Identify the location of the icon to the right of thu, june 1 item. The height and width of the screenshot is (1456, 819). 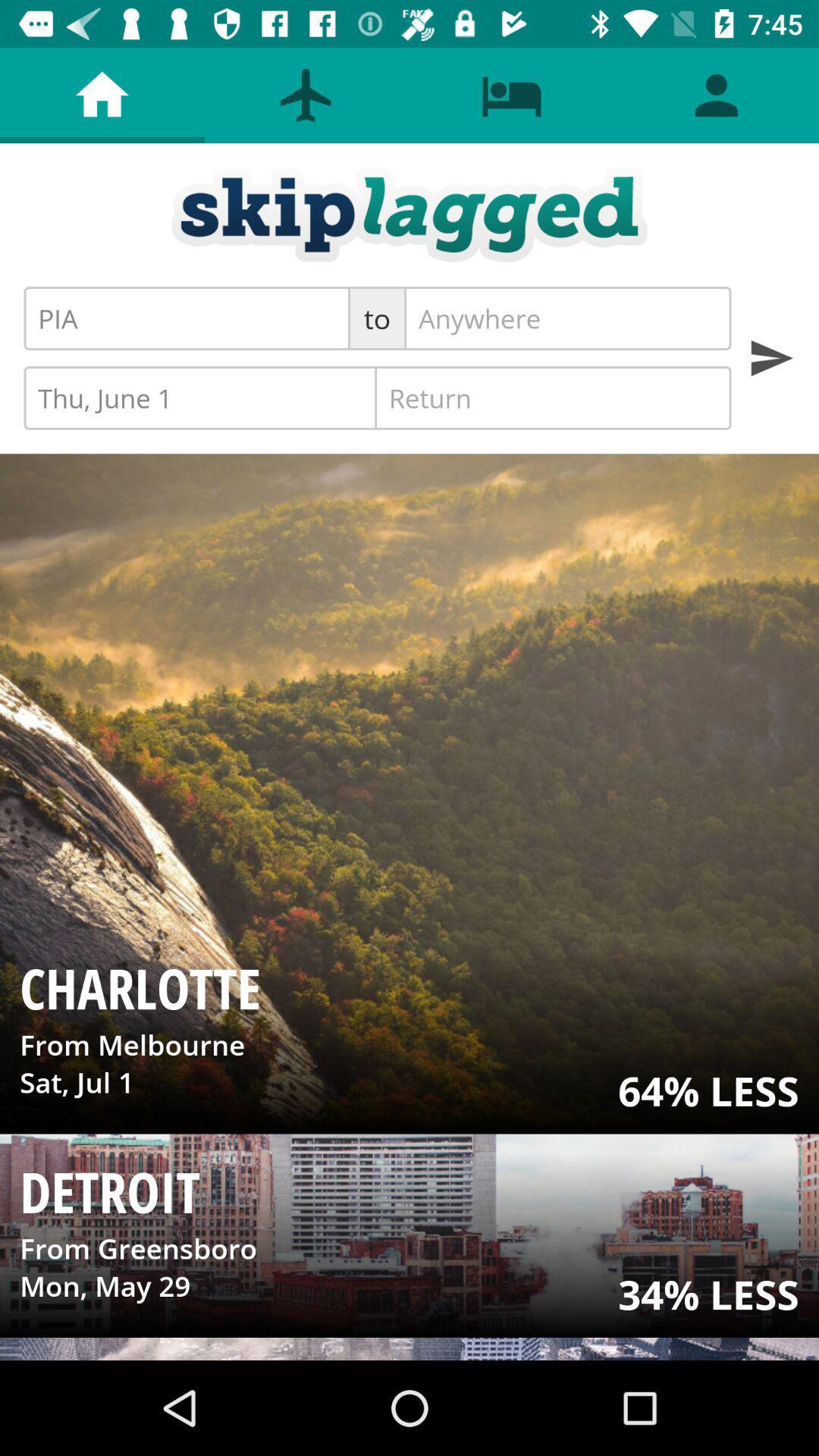
(553, 397).